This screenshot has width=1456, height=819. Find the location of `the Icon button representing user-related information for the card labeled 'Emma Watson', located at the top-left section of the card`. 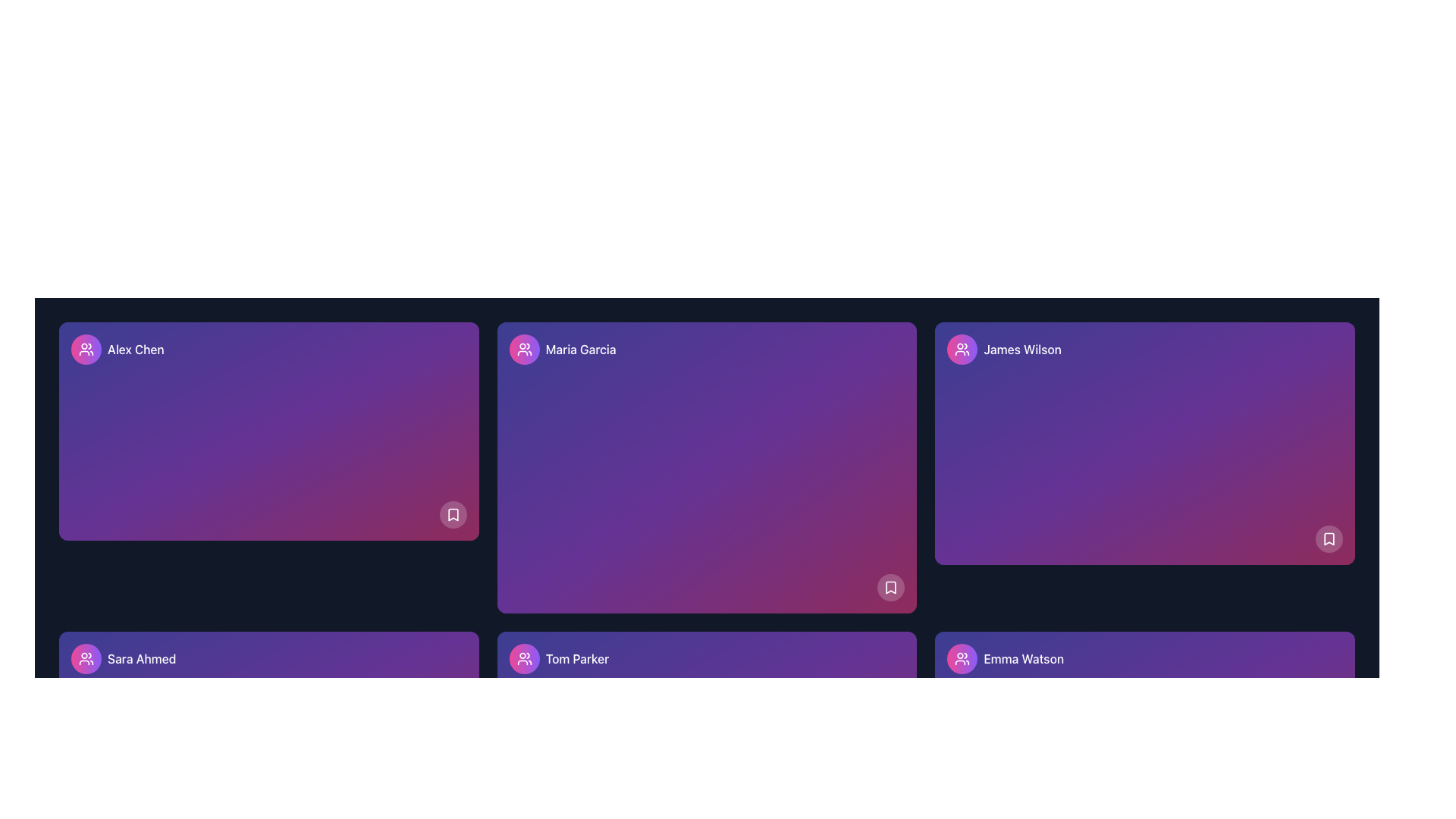

the Icon button representing user-related information for the card labeled 'Emma Watson', located at the top-left section of the card is located at coordinates (962, 657).